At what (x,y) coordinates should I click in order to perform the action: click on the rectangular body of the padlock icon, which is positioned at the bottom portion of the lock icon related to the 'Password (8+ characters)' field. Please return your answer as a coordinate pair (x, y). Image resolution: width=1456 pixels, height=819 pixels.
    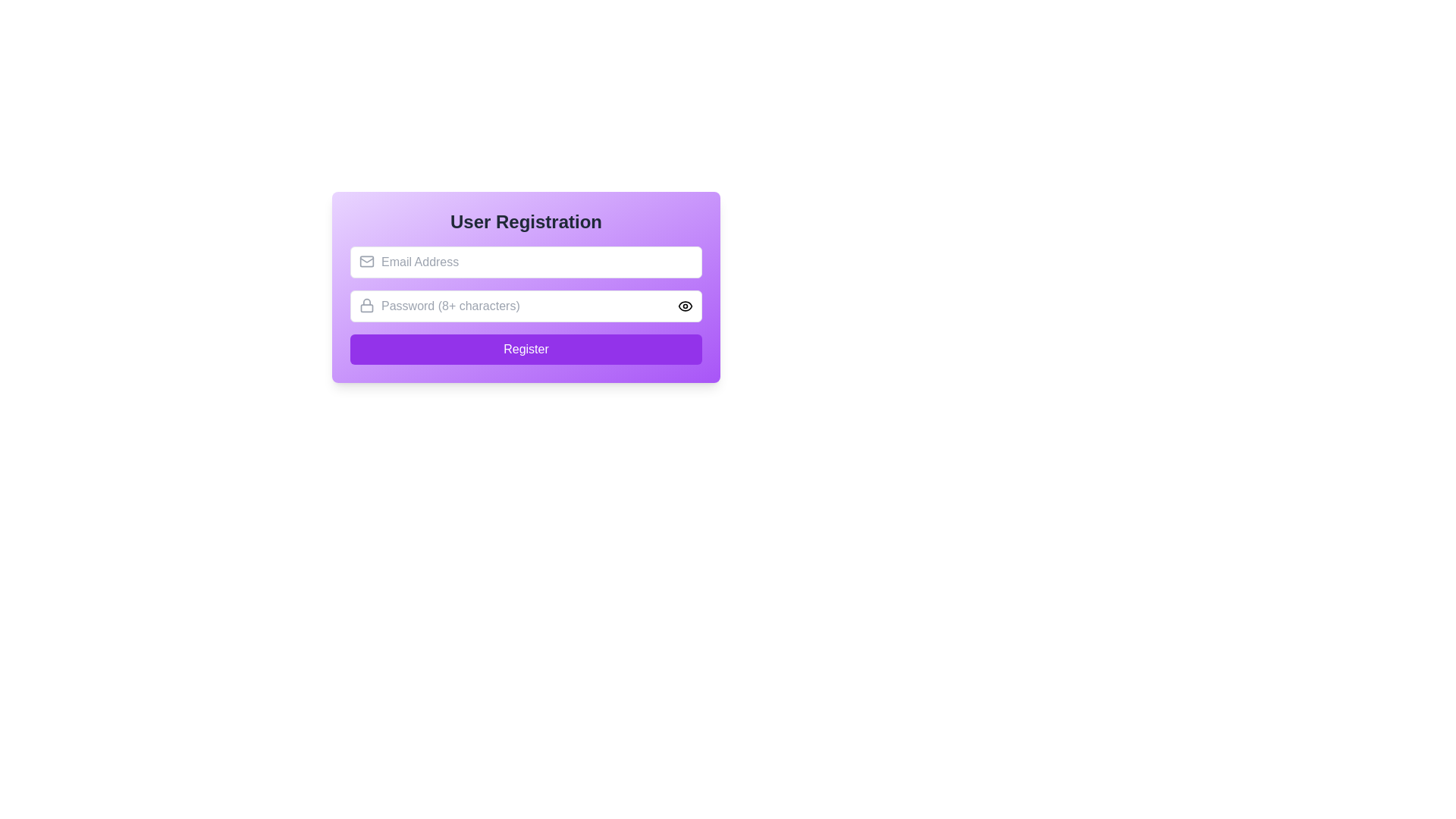
    Looking at the image, I should click on (367, 307).